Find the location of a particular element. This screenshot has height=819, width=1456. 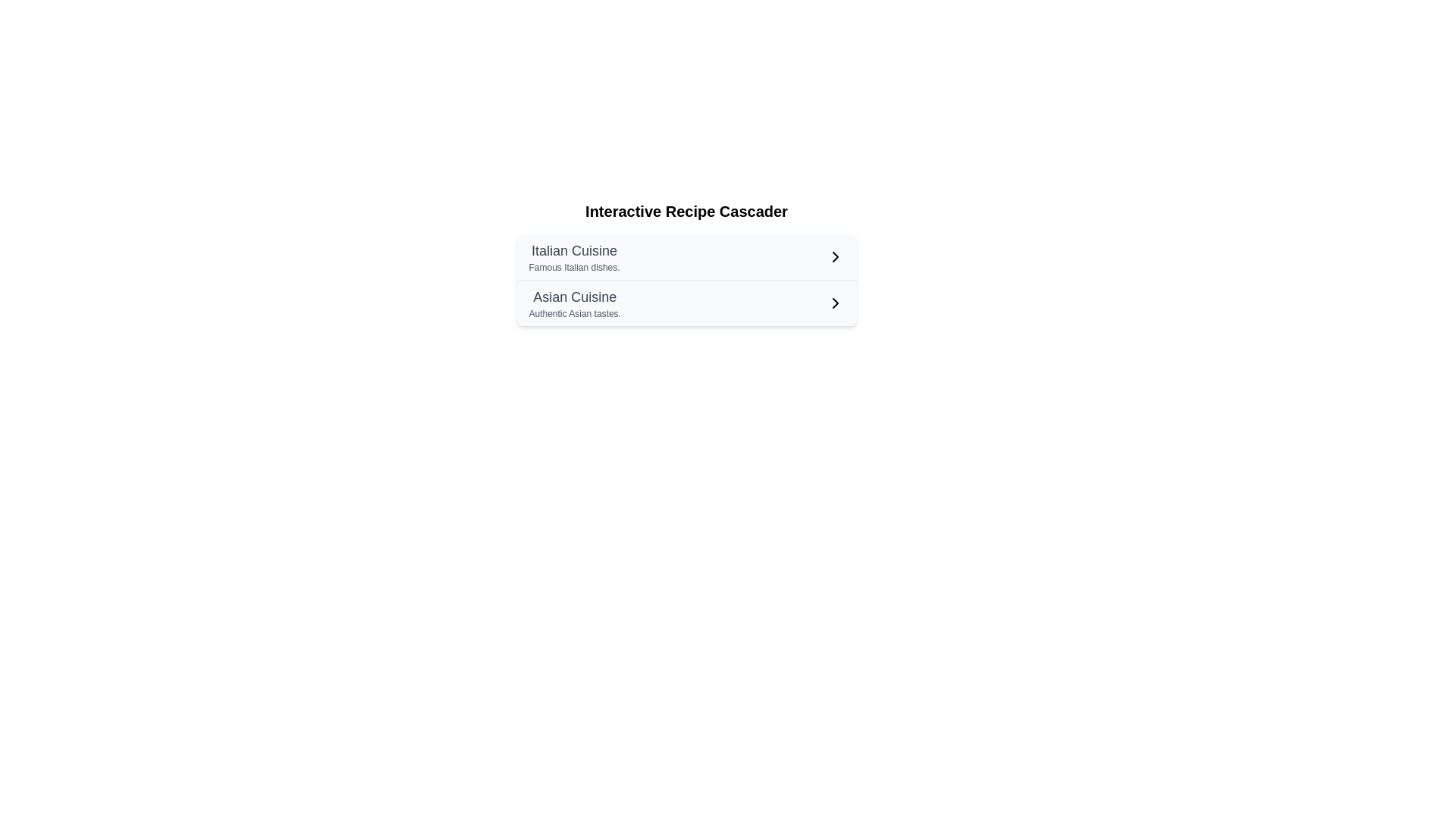

the navigational panel for selecting recipe categories, which includes the title and two list items ('Italian Cuisine' and 'Asian Cuisine') is located at coordinates (686, 262).